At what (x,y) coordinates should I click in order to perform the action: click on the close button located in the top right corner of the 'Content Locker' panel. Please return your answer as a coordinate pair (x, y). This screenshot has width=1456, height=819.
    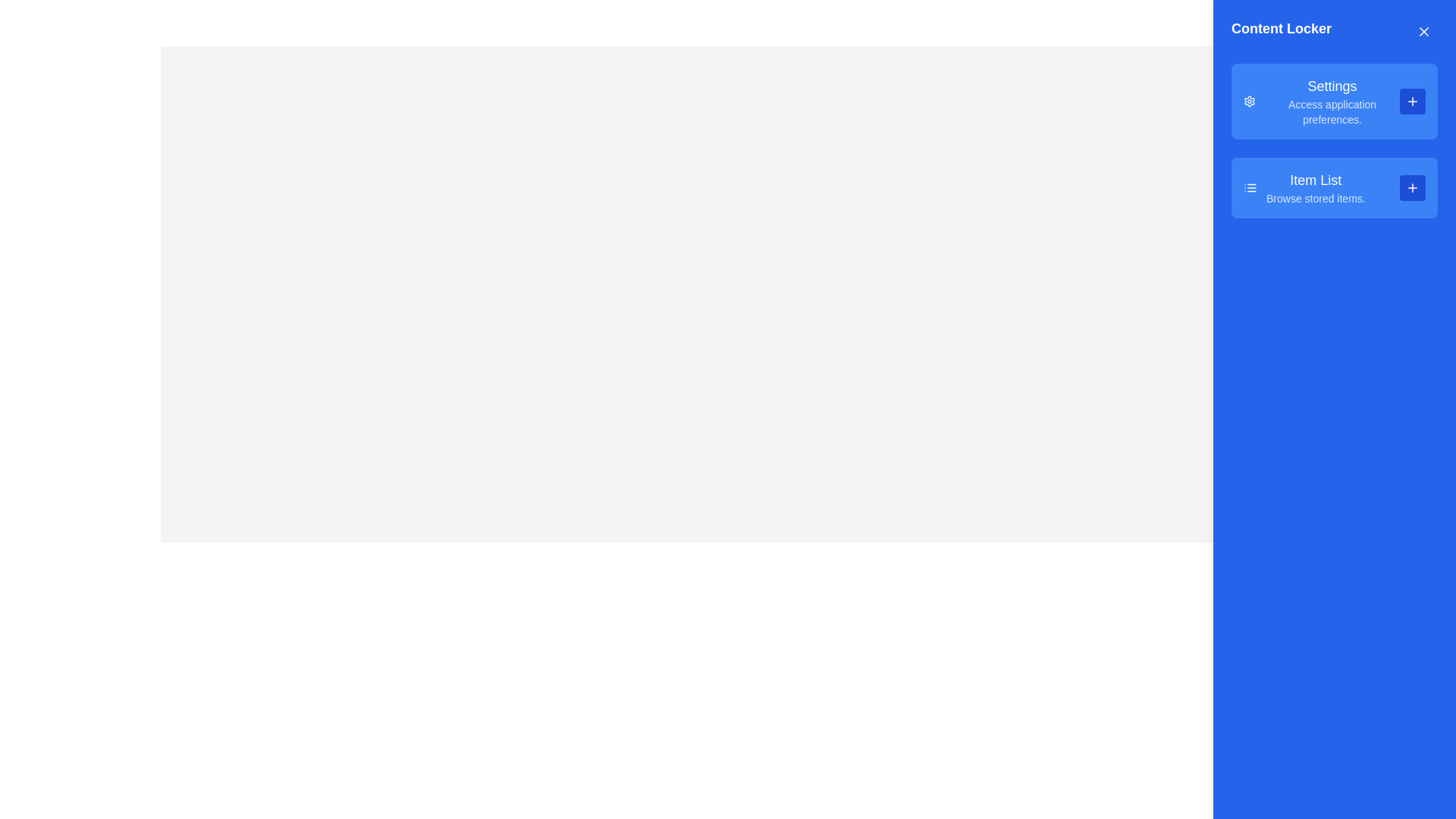
    Looking at the image, I should click on (1423, 32).